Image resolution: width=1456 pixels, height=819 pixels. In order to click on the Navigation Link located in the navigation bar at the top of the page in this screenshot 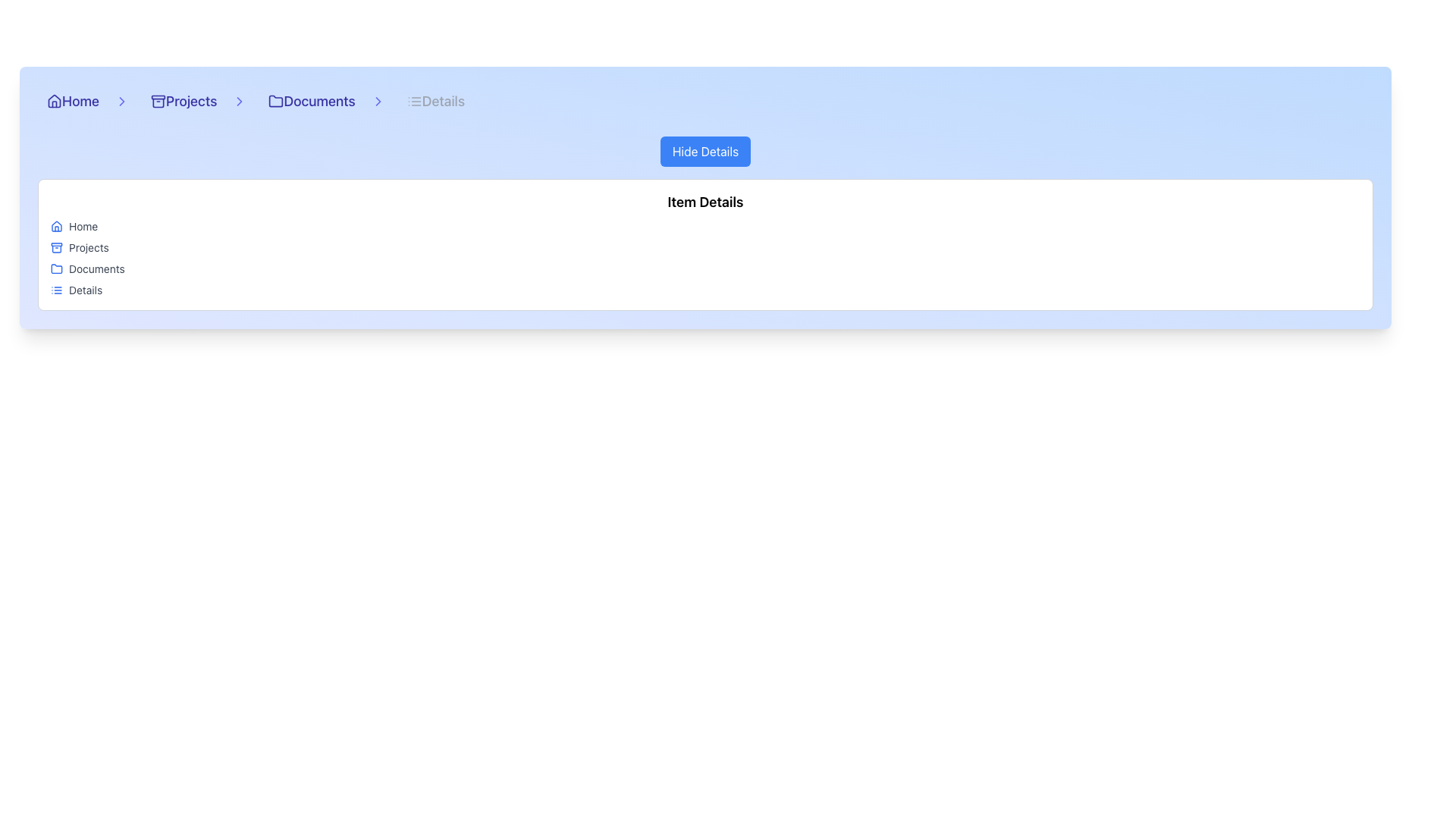, I will do `click(435, 102)`.